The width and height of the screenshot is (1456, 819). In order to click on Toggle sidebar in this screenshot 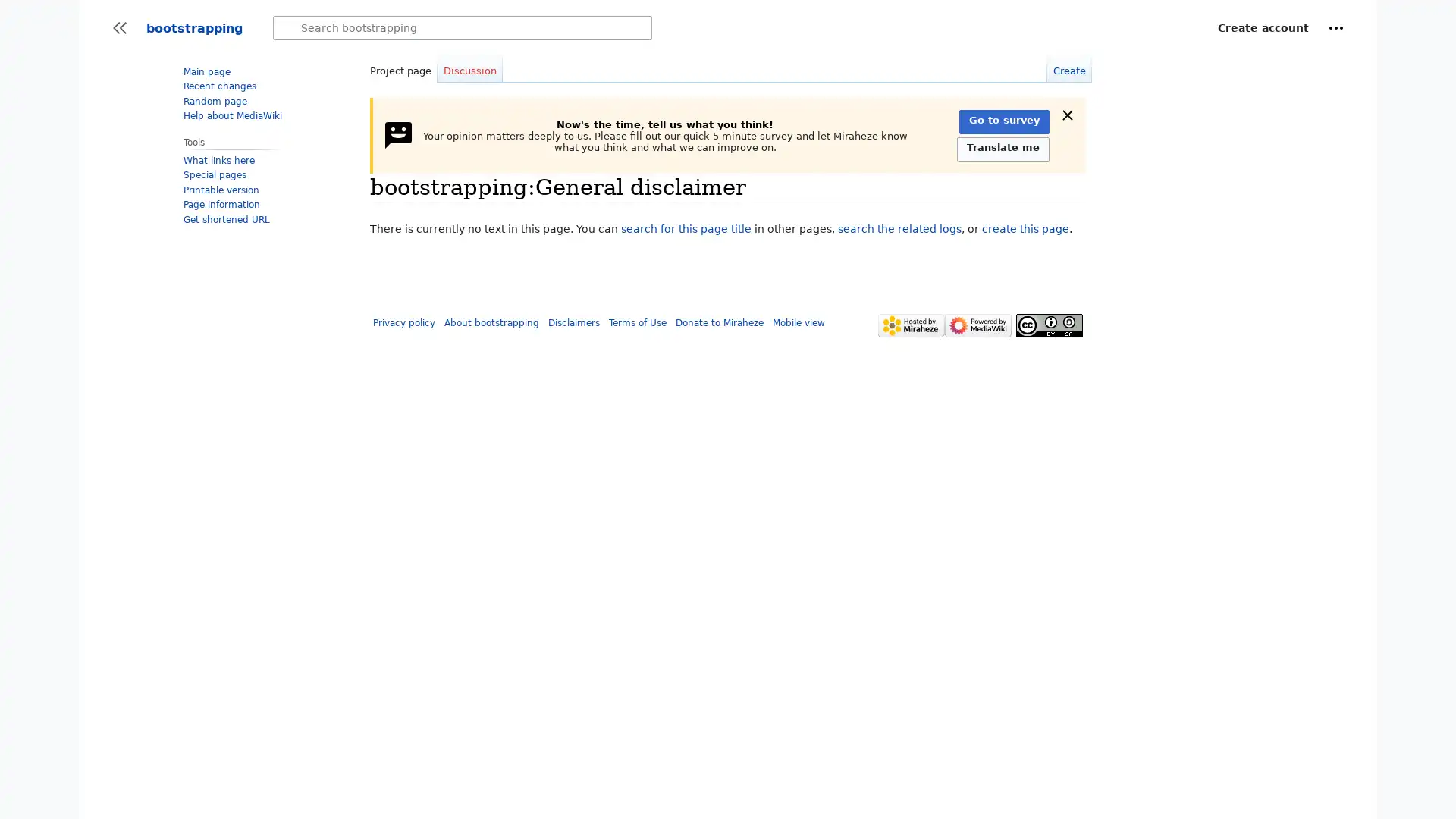, I will do `click(119, 28)`.